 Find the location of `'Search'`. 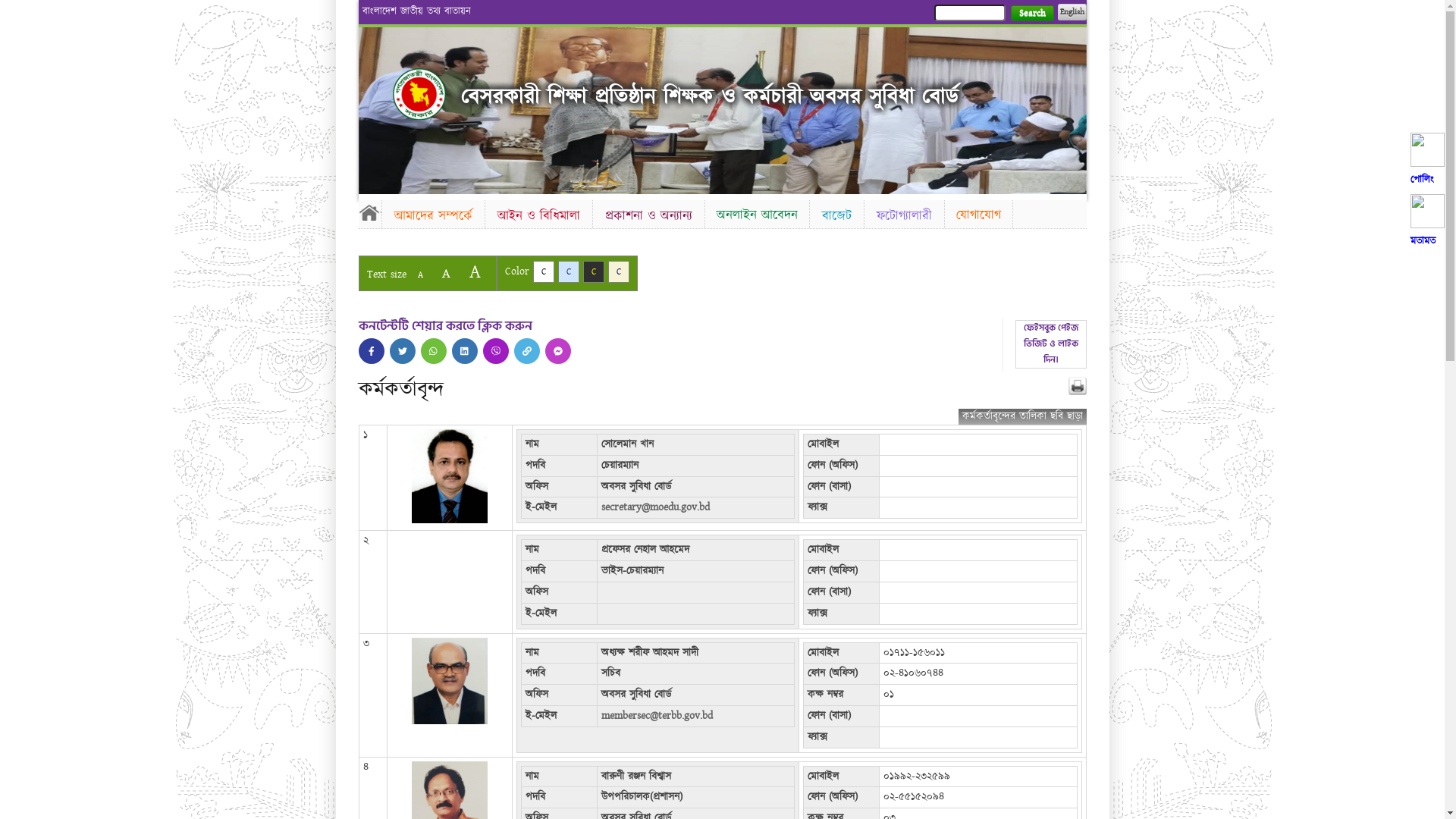

'Search' is located at coordinates (1031, 13).